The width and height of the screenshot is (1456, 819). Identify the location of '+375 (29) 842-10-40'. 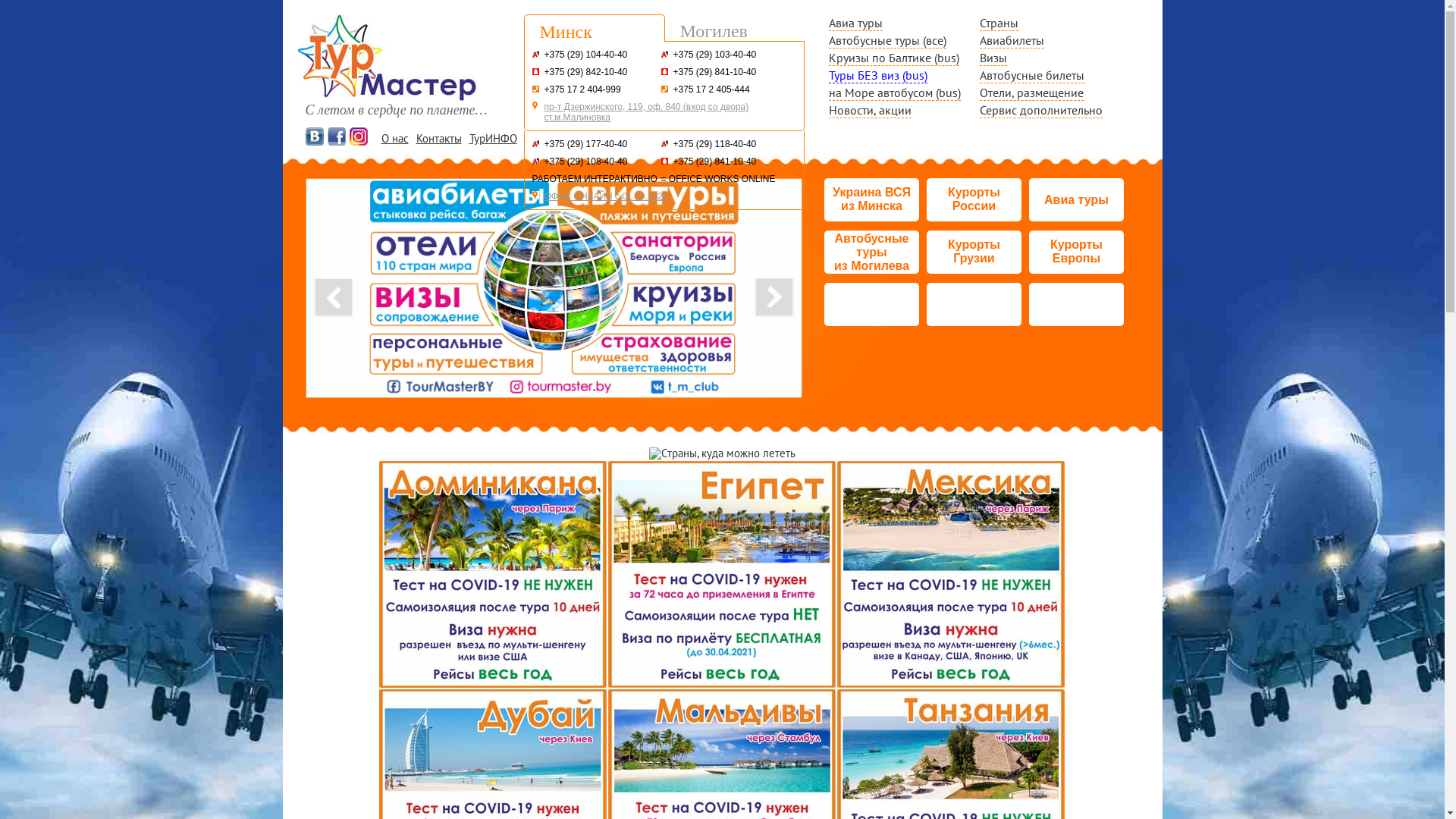
(544, 72).